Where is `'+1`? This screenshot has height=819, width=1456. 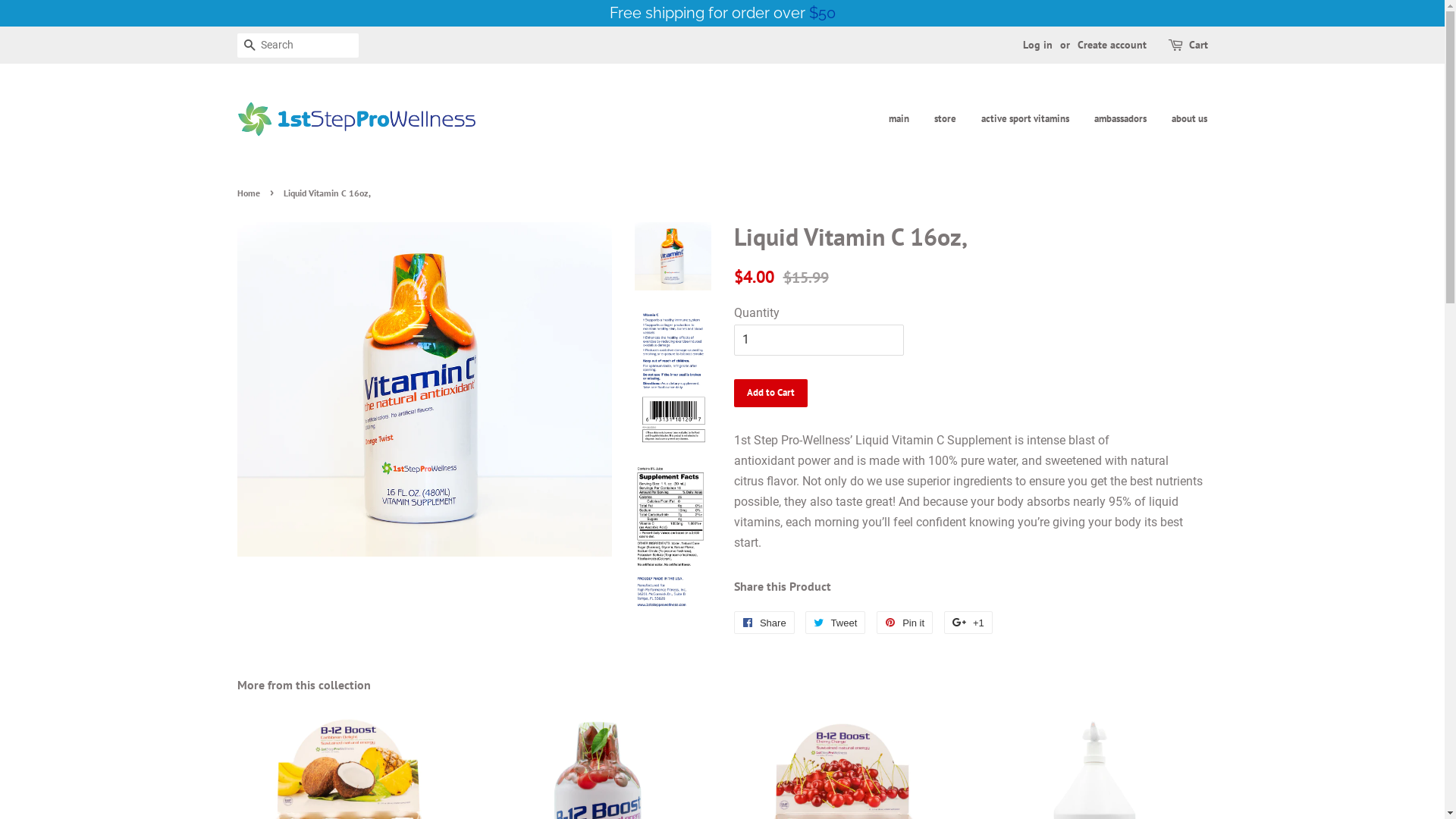 '+1 is located at coordinates (967, 623).